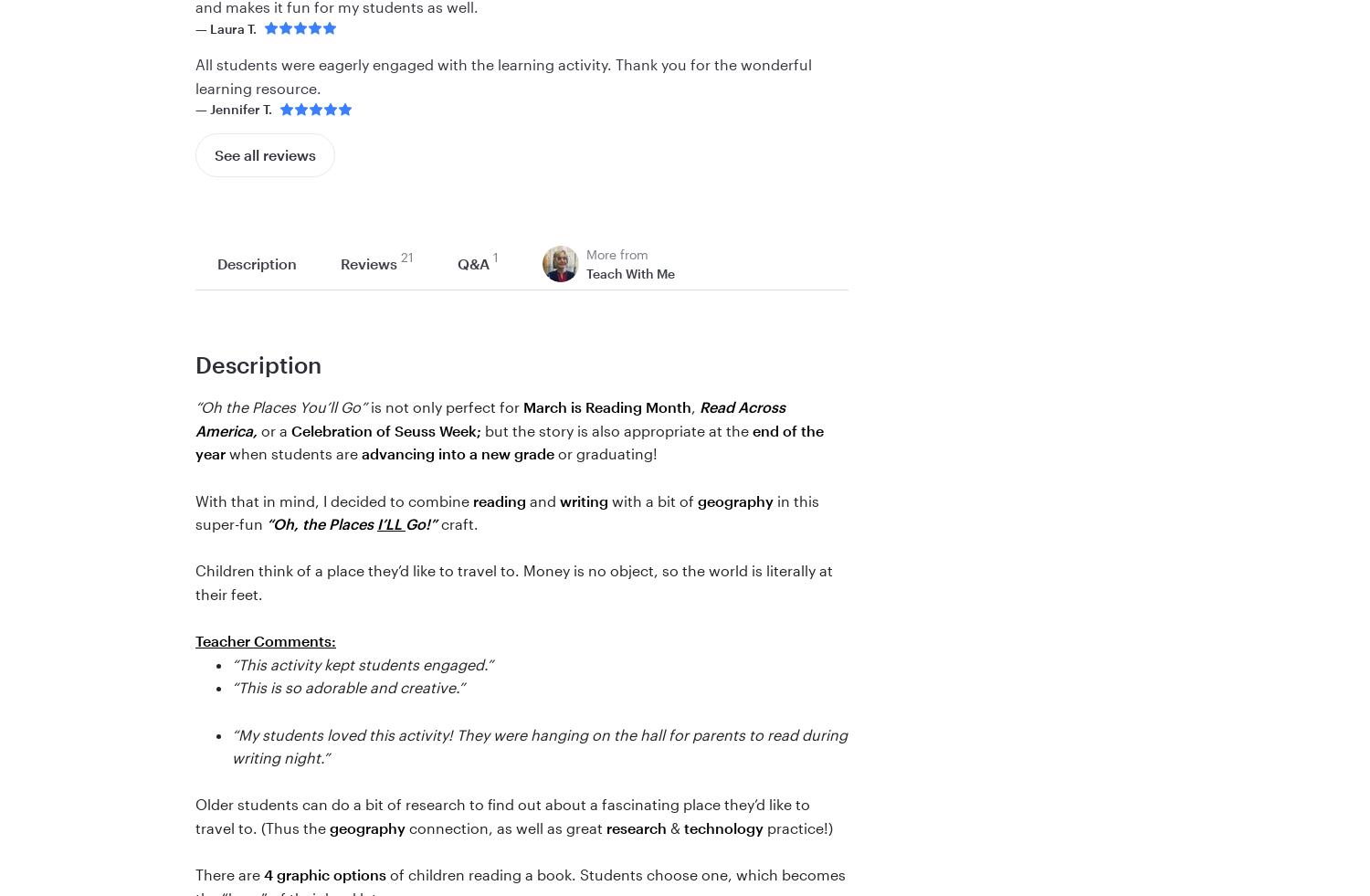  What do you see at coordinates (274, 428) in the screenshot?
I see `'or a'` at bounding box center [274, 428].